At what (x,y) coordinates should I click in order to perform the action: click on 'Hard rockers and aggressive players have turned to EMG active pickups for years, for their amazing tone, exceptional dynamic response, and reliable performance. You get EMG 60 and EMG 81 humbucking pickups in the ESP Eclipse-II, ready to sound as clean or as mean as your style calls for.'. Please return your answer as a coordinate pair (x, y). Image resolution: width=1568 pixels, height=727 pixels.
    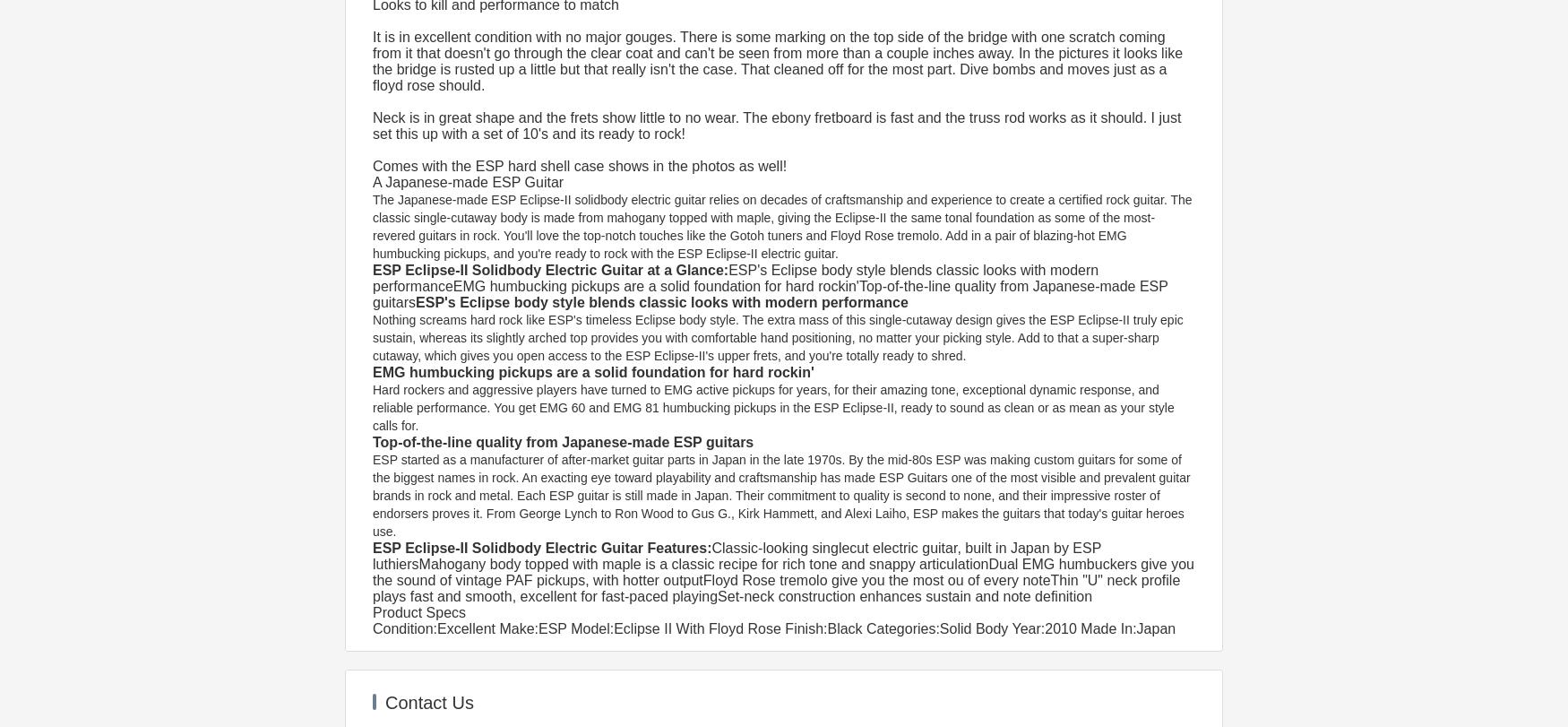
    Looking at the image, I should click on (371, 406).